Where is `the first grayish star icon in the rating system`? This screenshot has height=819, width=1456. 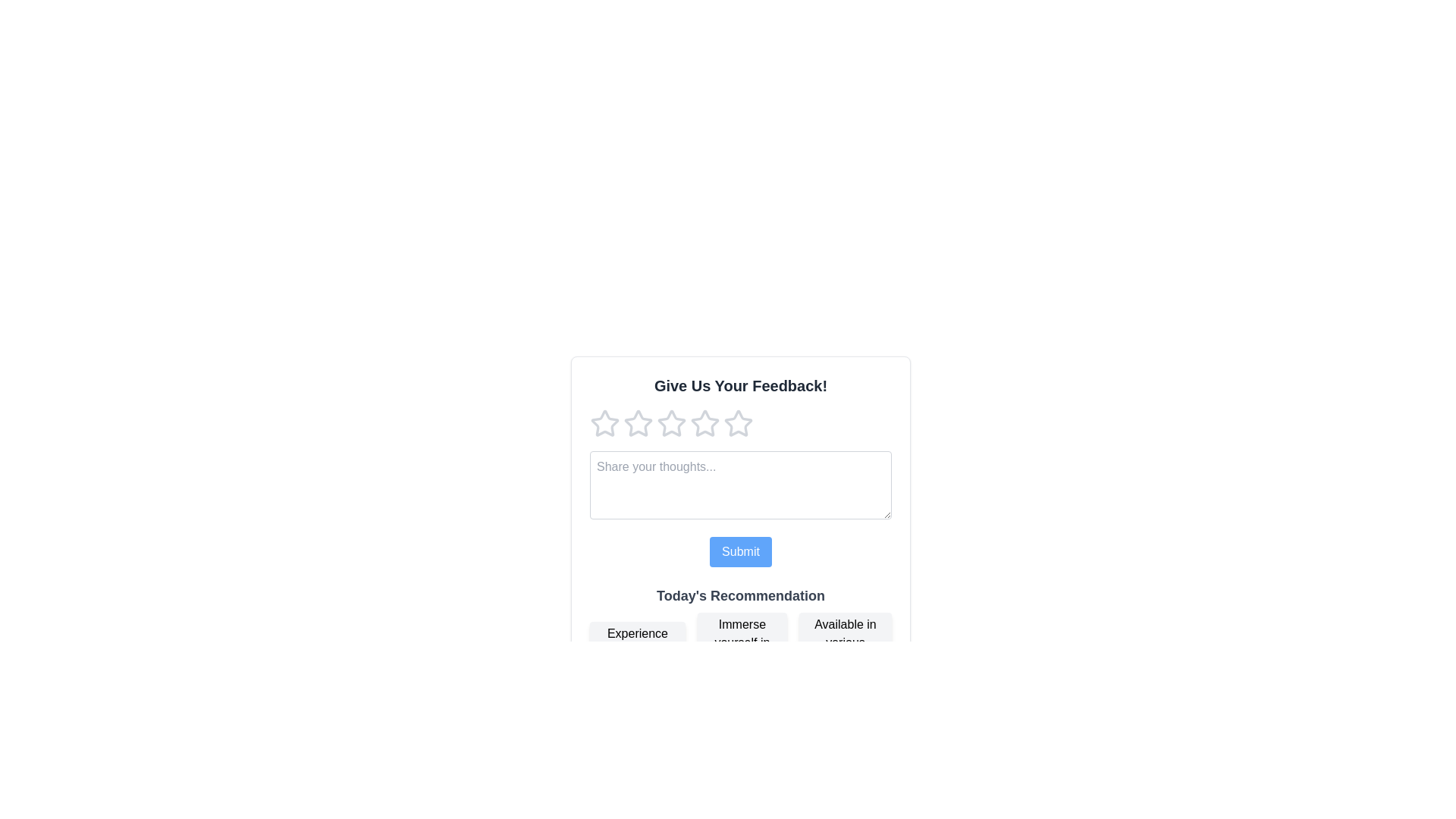
the first grayish star icon in the rating system is located at coordinates (604, 423).